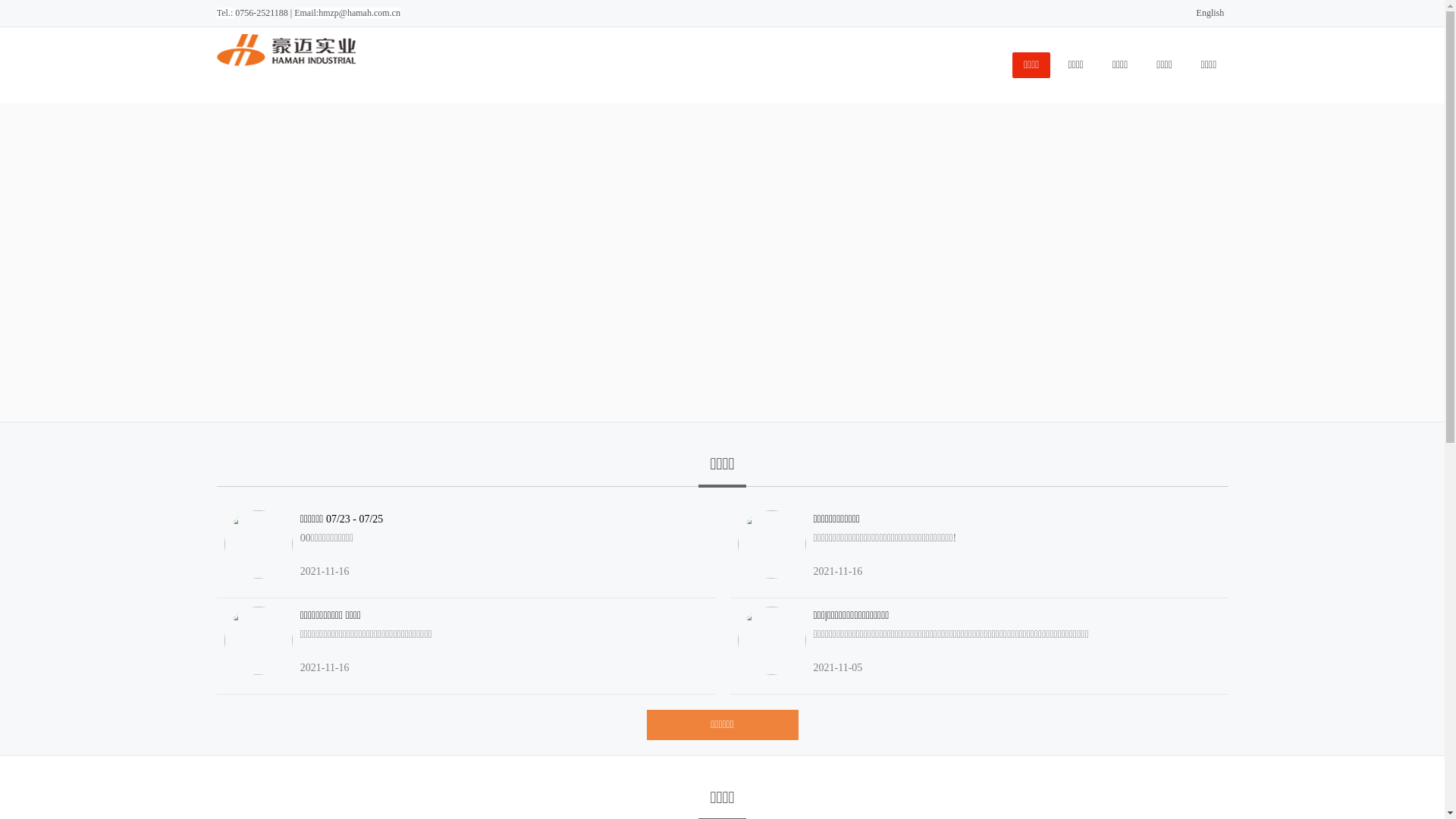 The height and width of the screenshot is (819, 1456). Describe the element at coordinates (225, 12) in the screenshot. I see `'Tel.:'` at that location.